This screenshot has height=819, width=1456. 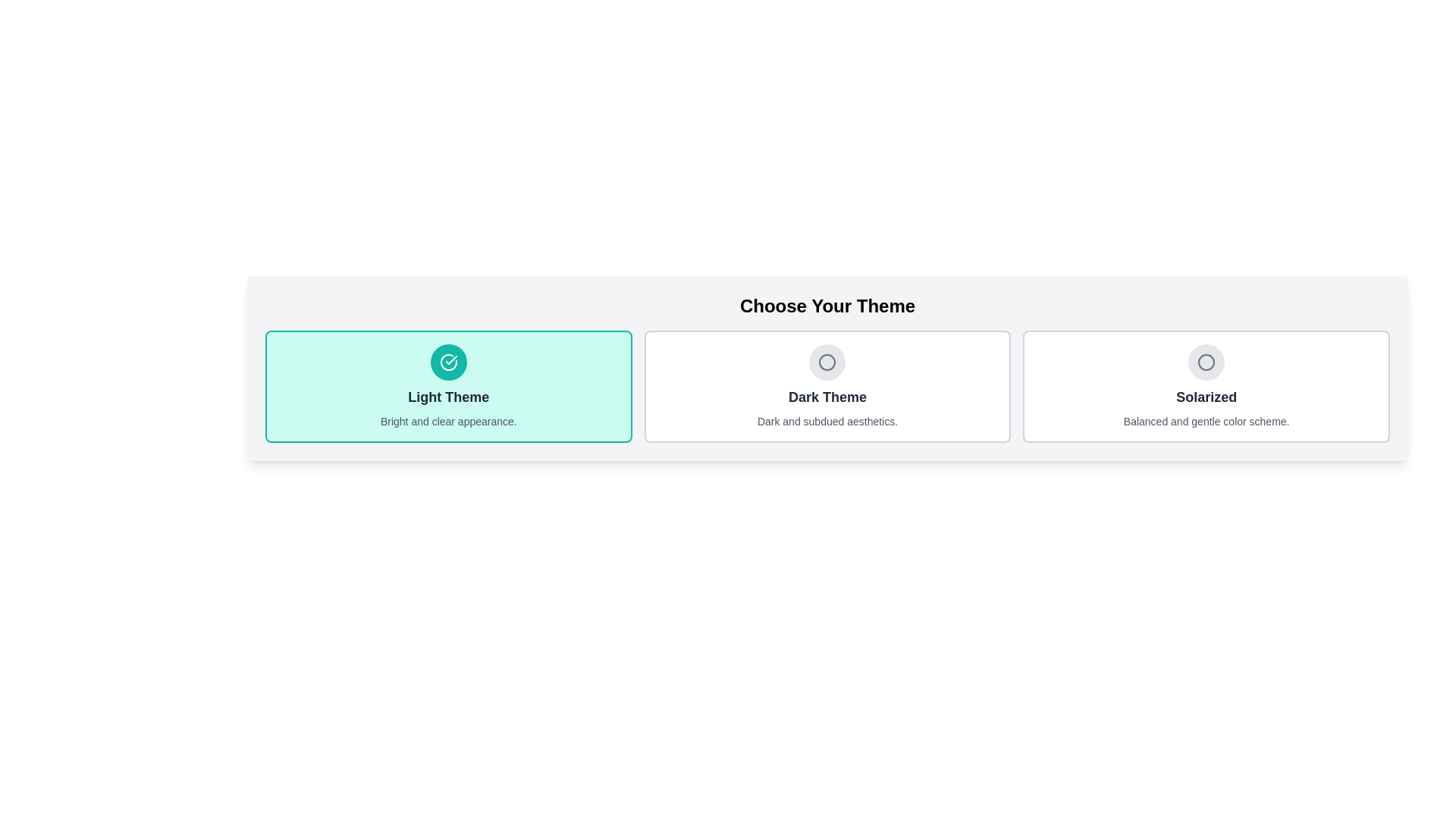 I want to click on the visual indicator icon located within the rectangular card under the text 'Dark Theme' and above 'Dark and subdued aesthetics.', so click(x=827, y=362).